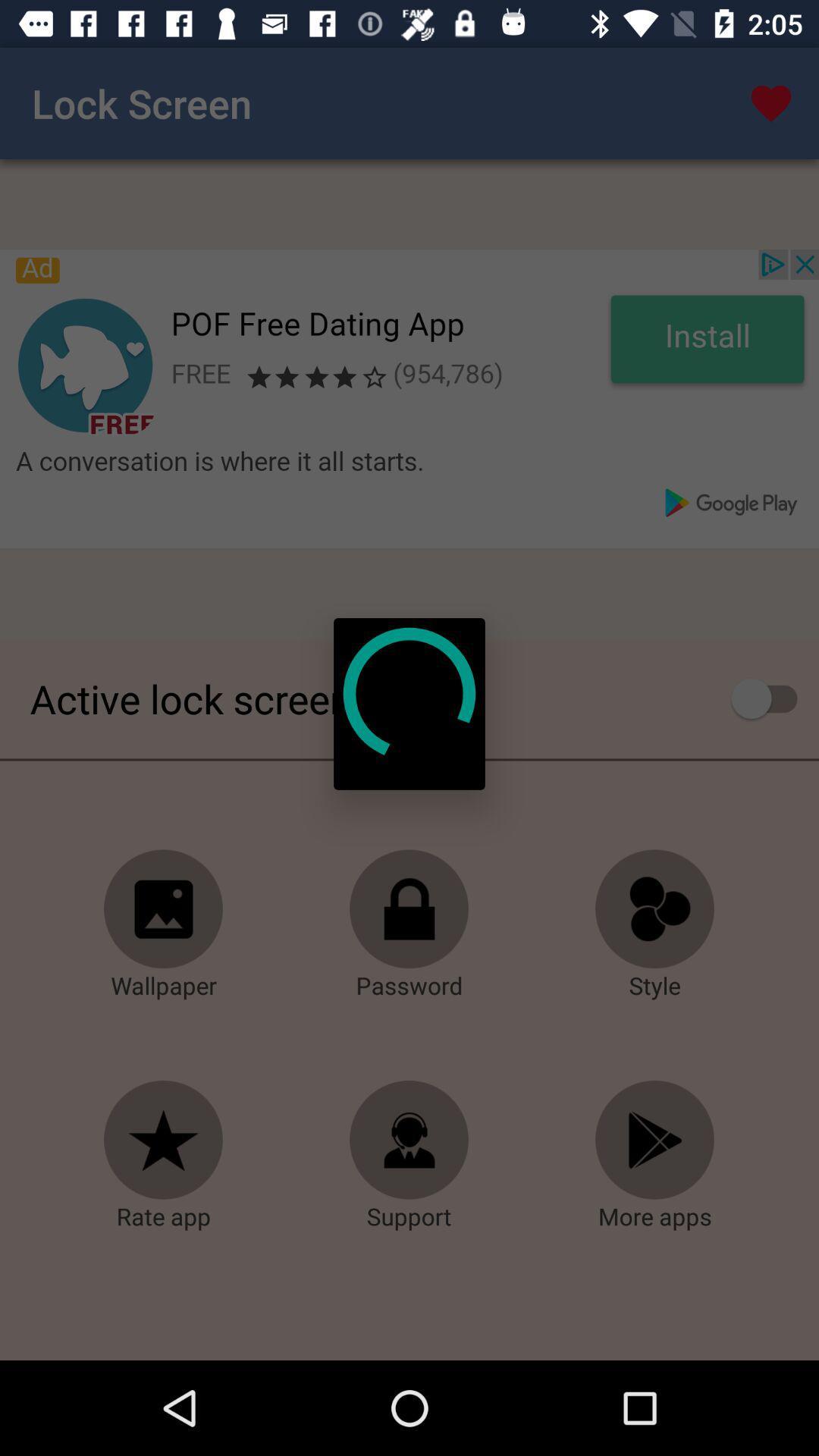 This screenshot has height=1456, width=819. I want to click on on-off, so click(771, 698).